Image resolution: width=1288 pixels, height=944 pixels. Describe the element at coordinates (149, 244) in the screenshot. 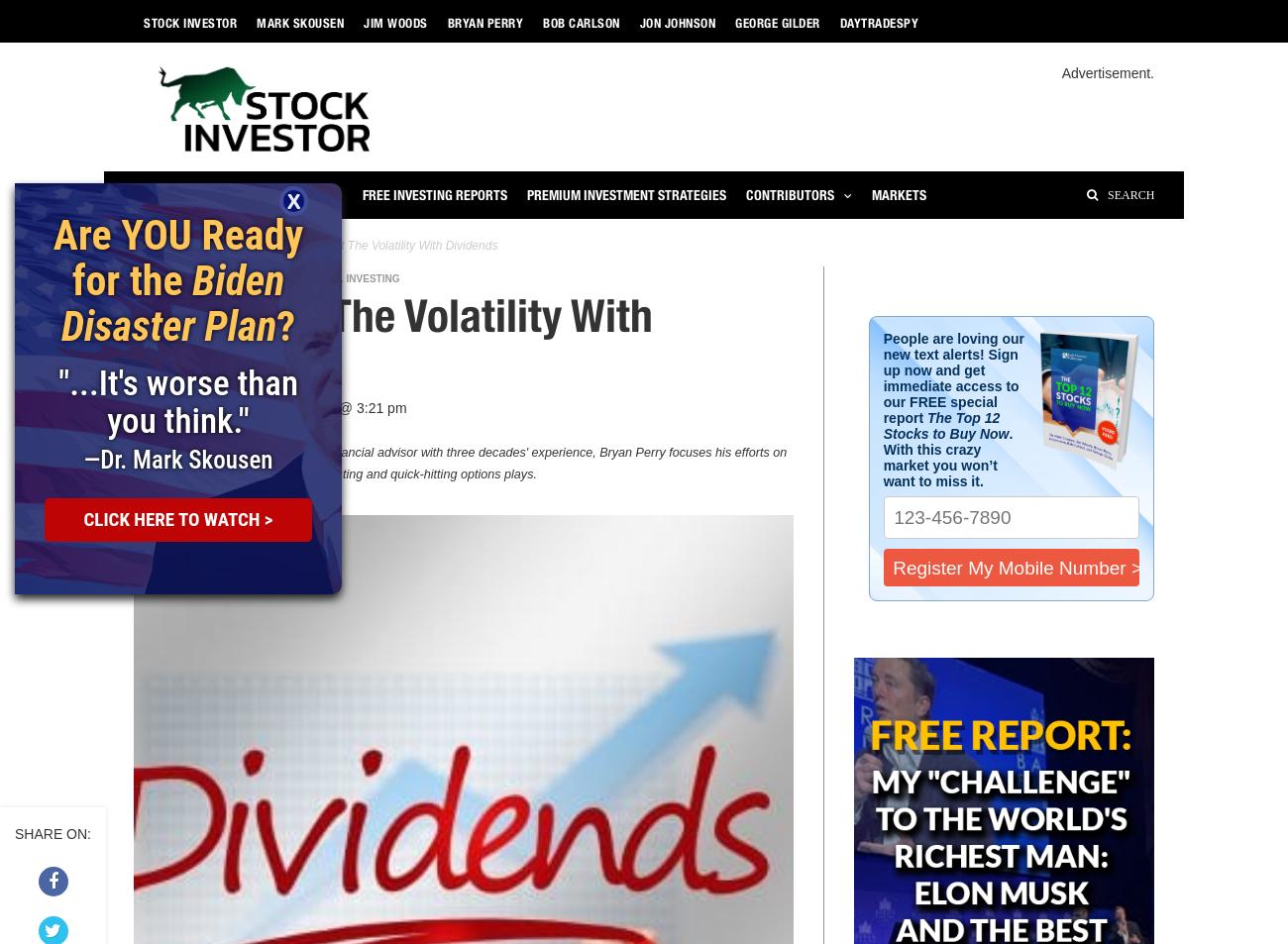

I see `'Home'` at that location.